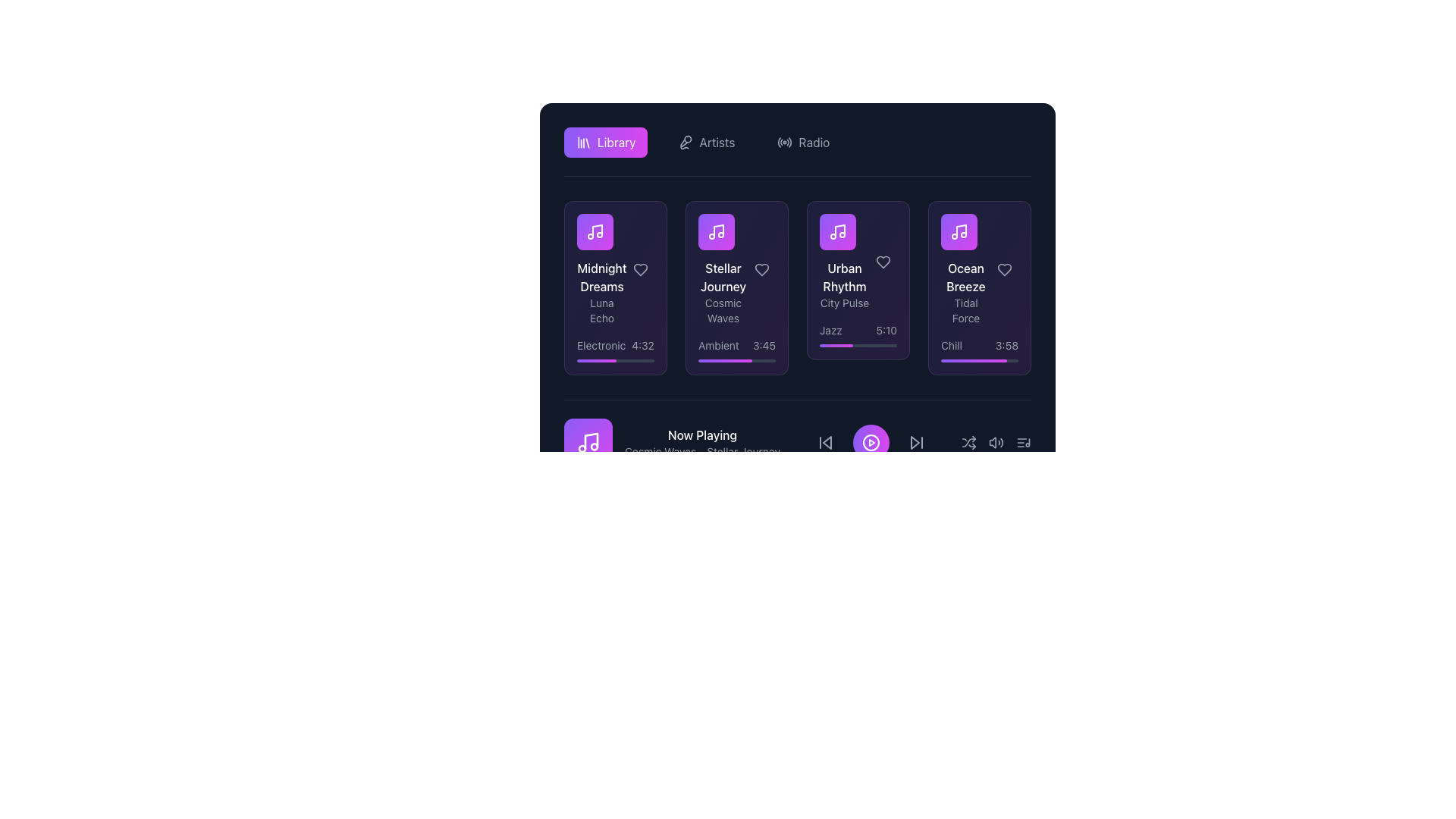  Describe the element at coordinates (883, 262) in the screenshot. I see `the heart icon button within the 'Urban Rhythm' card` at that location.